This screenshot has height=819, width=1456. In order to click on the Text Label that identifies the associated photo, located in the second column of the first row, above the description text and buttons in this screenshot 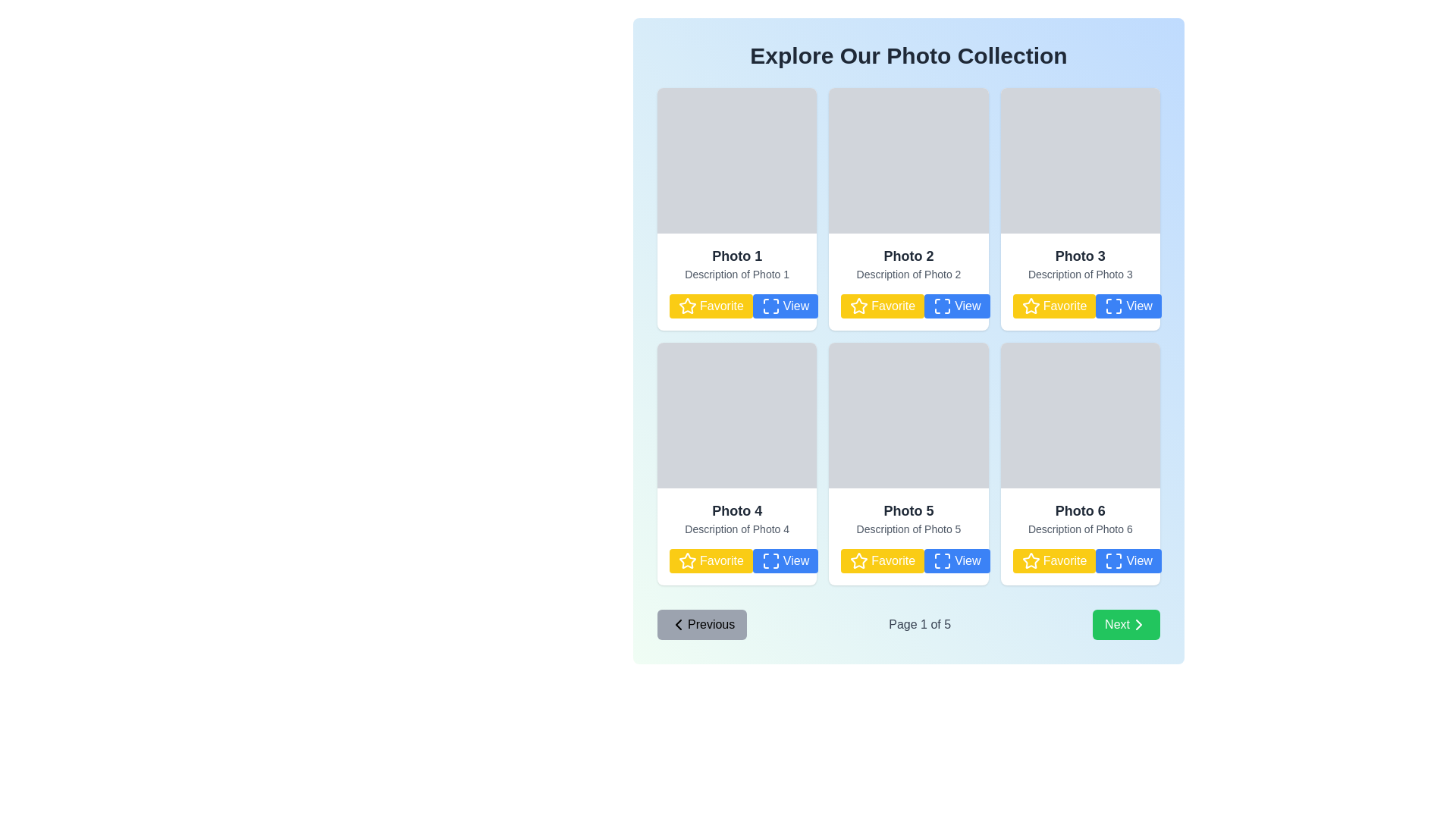, I will do `click(908, 256)`.